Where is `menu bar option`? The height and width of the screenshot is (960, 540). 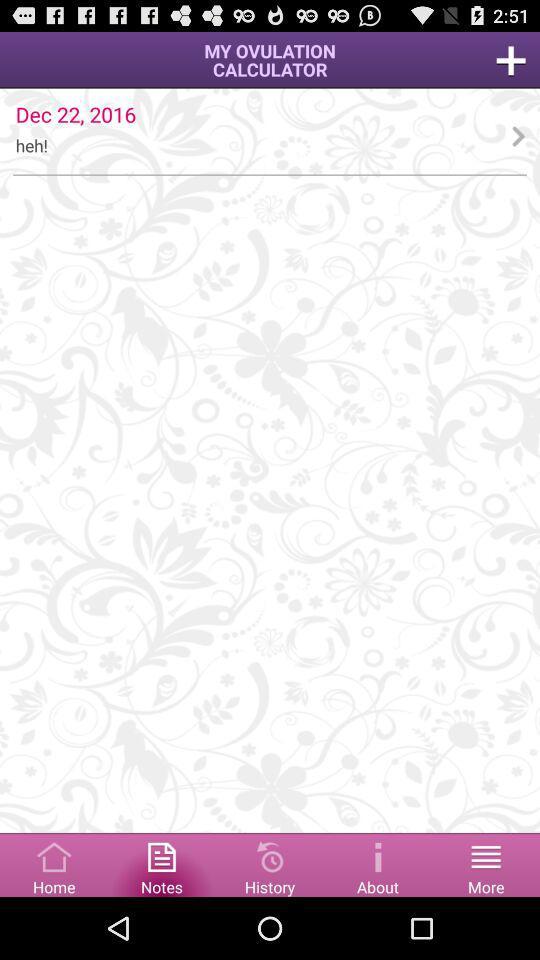
menu bar option is located at coordinates (485, 863).